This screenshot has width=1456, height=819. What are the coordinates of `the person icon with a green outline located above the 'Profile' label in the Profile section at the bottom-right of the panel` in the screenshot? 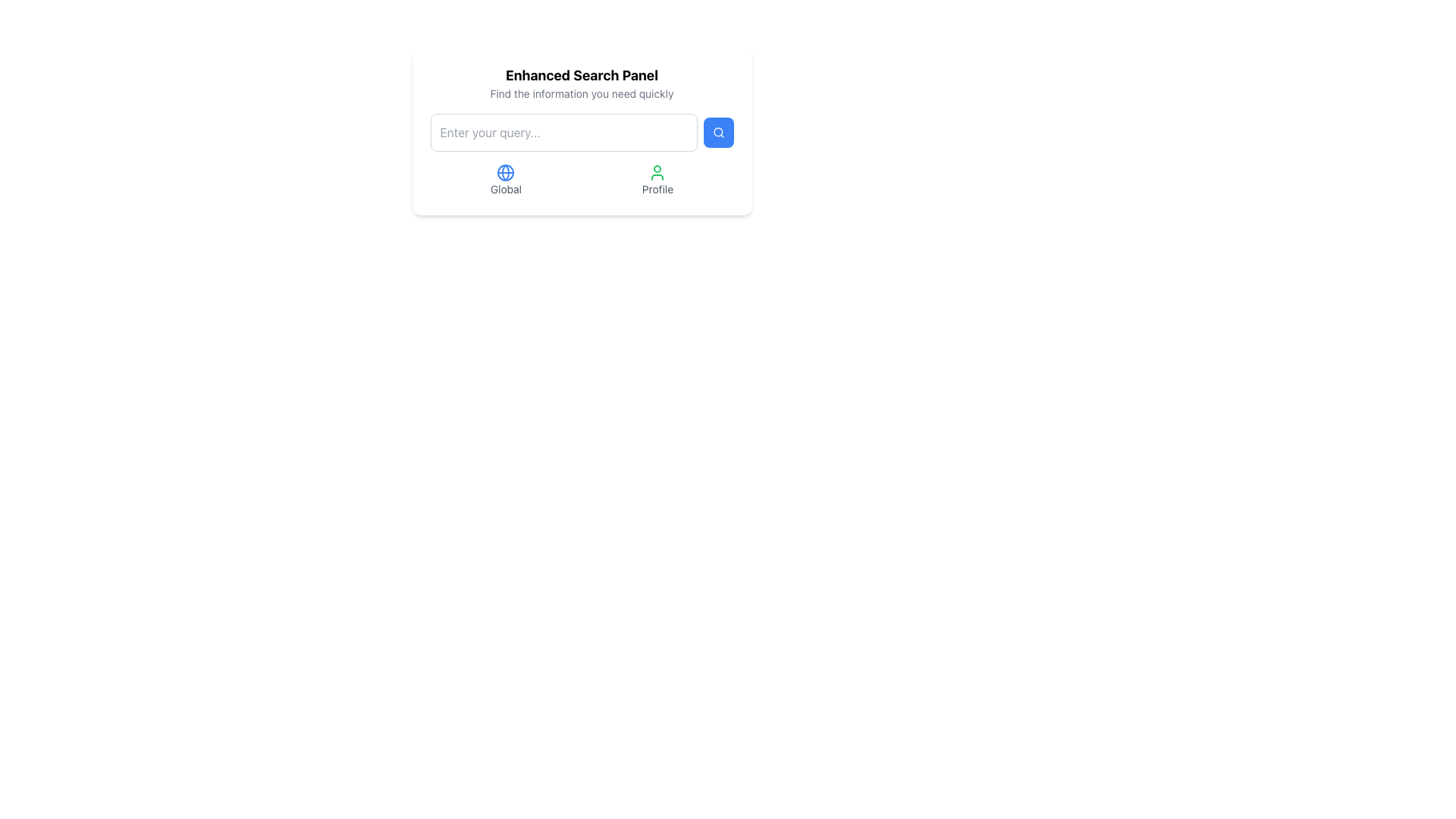 It's located at (657, 171).